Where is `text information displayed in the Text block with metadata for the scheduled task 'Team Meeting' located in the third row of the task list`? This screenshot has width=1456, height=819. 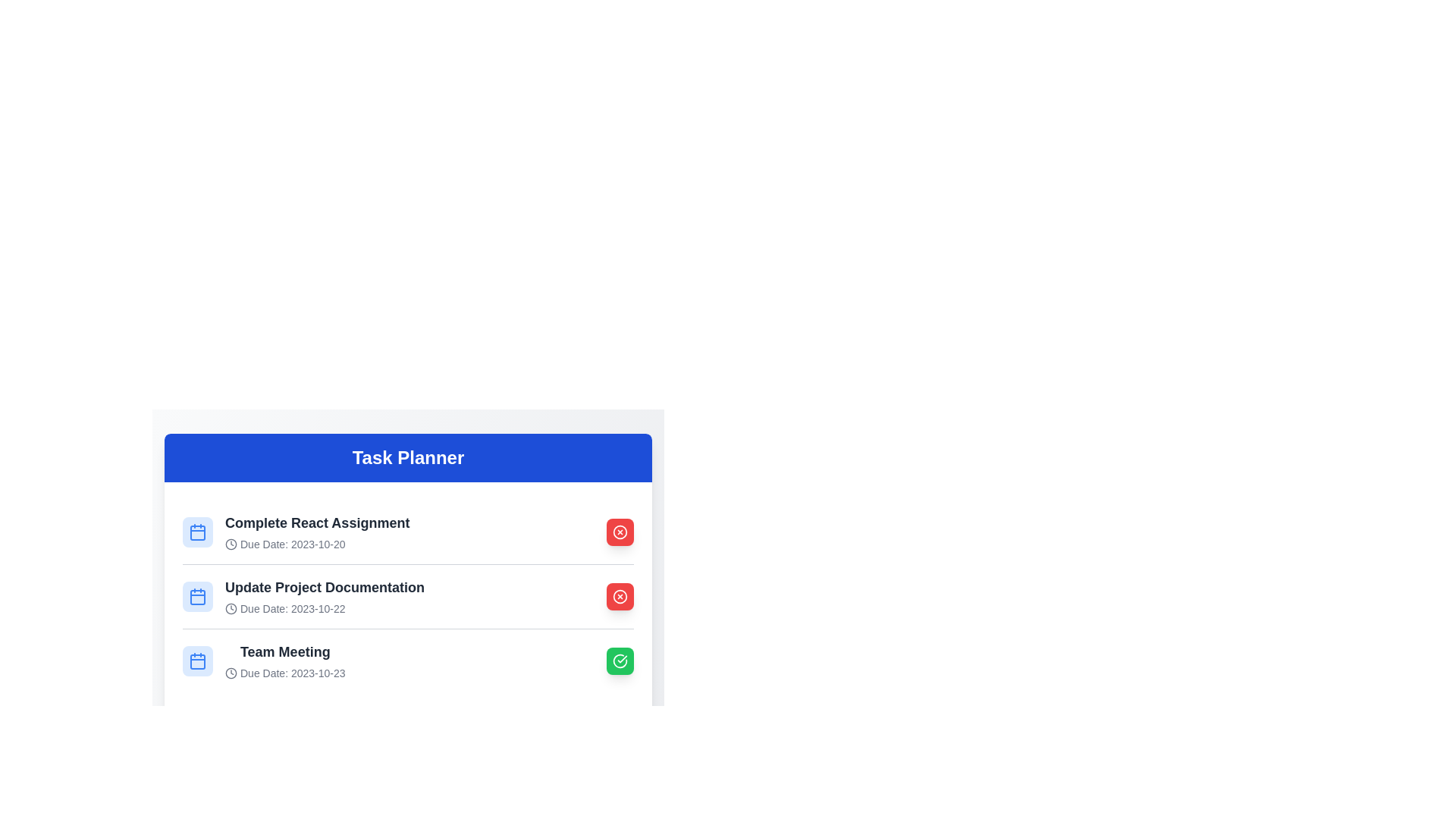
text information displayed in the Text block with metadata for the scheduled task 'Team Meeting' located in the third row of the task list is located at coordinates (285, 660).